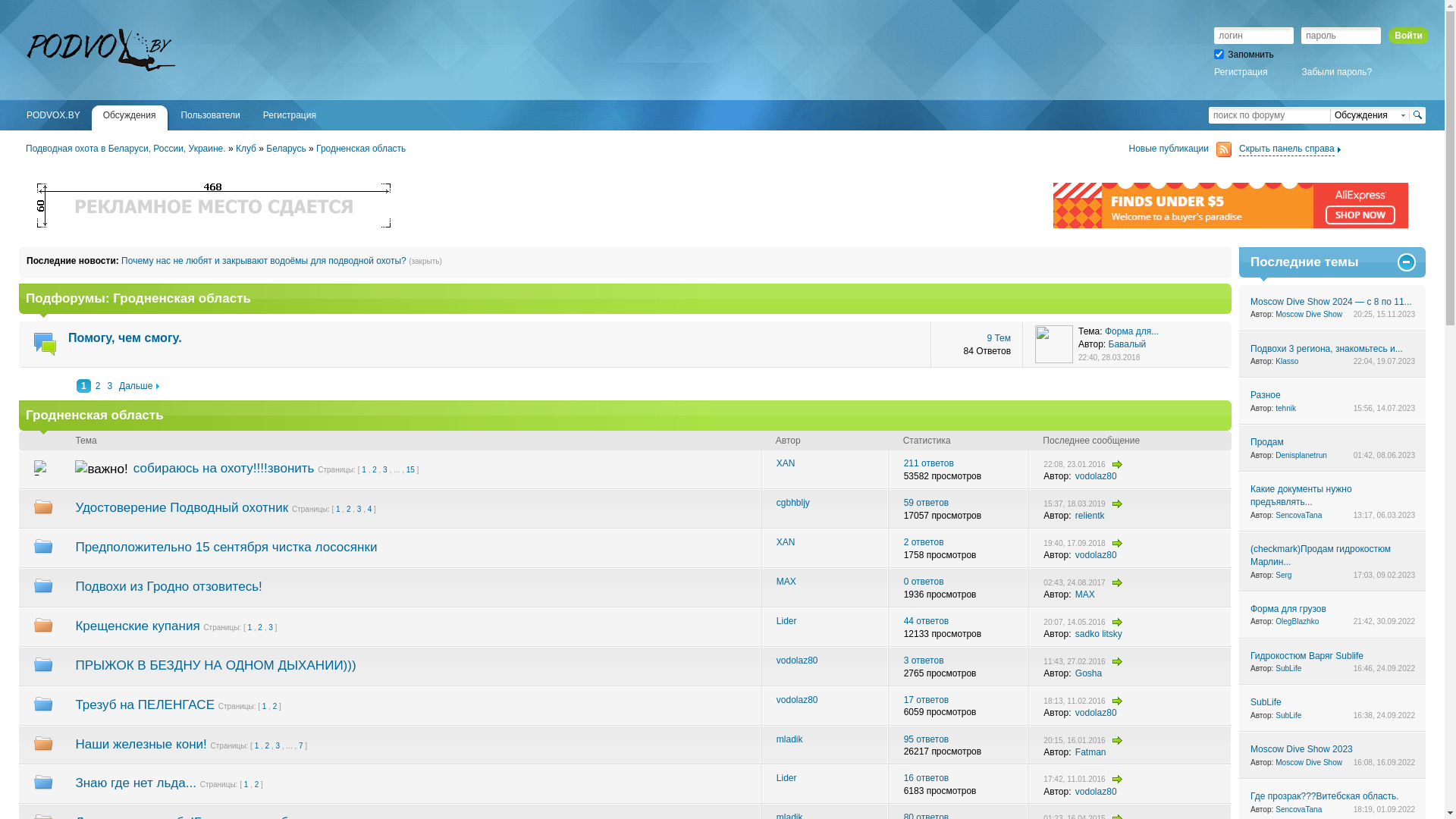 This screenshot has width=1456, height=819. Describe the element at coordinates (1096, 791) in the screenshot. I see `'vodolaz80'` at that location.